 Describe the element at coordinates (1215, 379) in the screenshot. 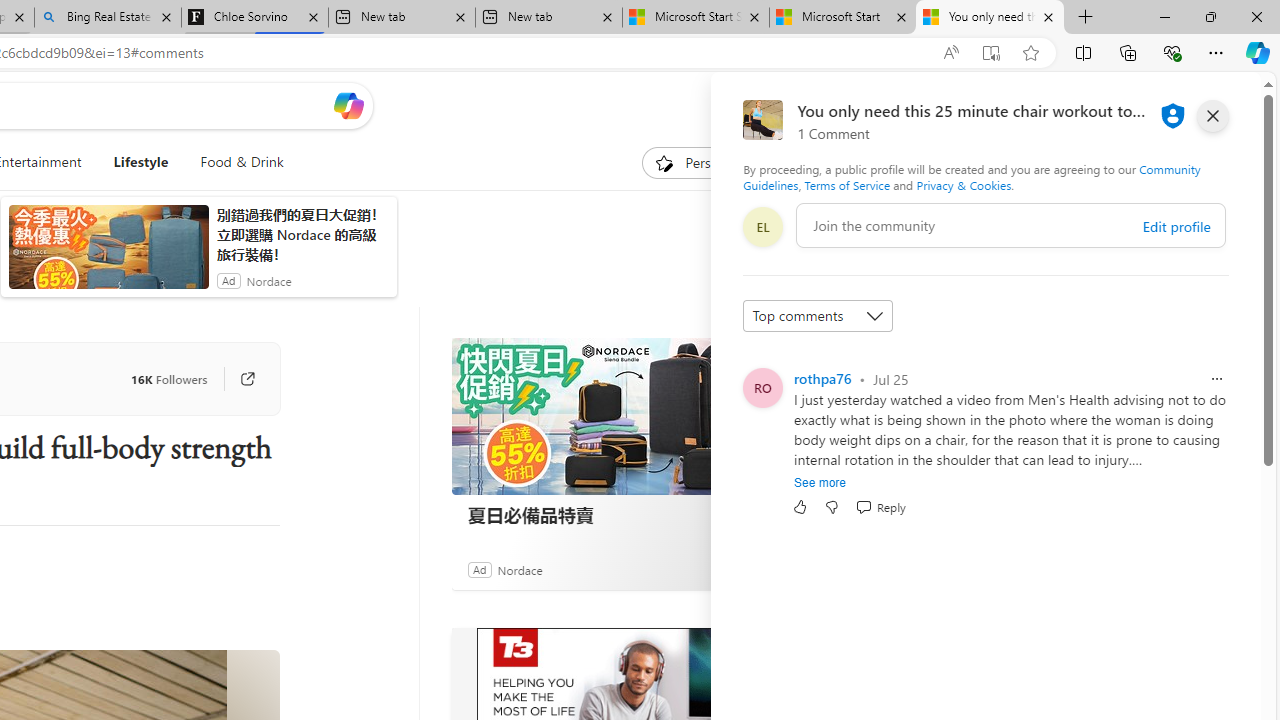

I see `'Report comment'` at that location.